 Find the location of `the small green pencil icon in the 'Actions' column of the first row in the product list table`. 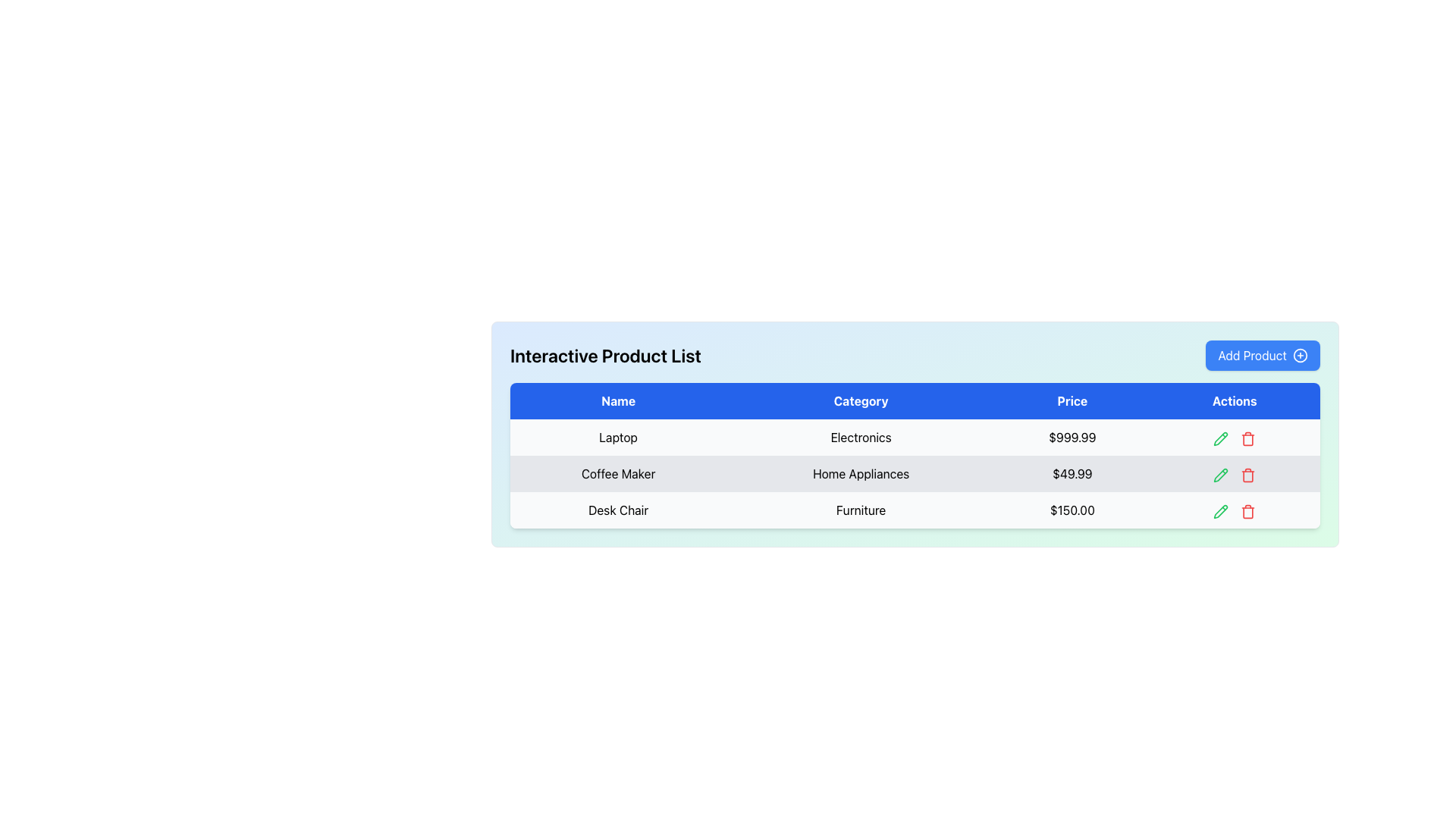

the small green pencil icon in the 'Actions' column of the first row in the product list table is located at coordinates (1221, 438).